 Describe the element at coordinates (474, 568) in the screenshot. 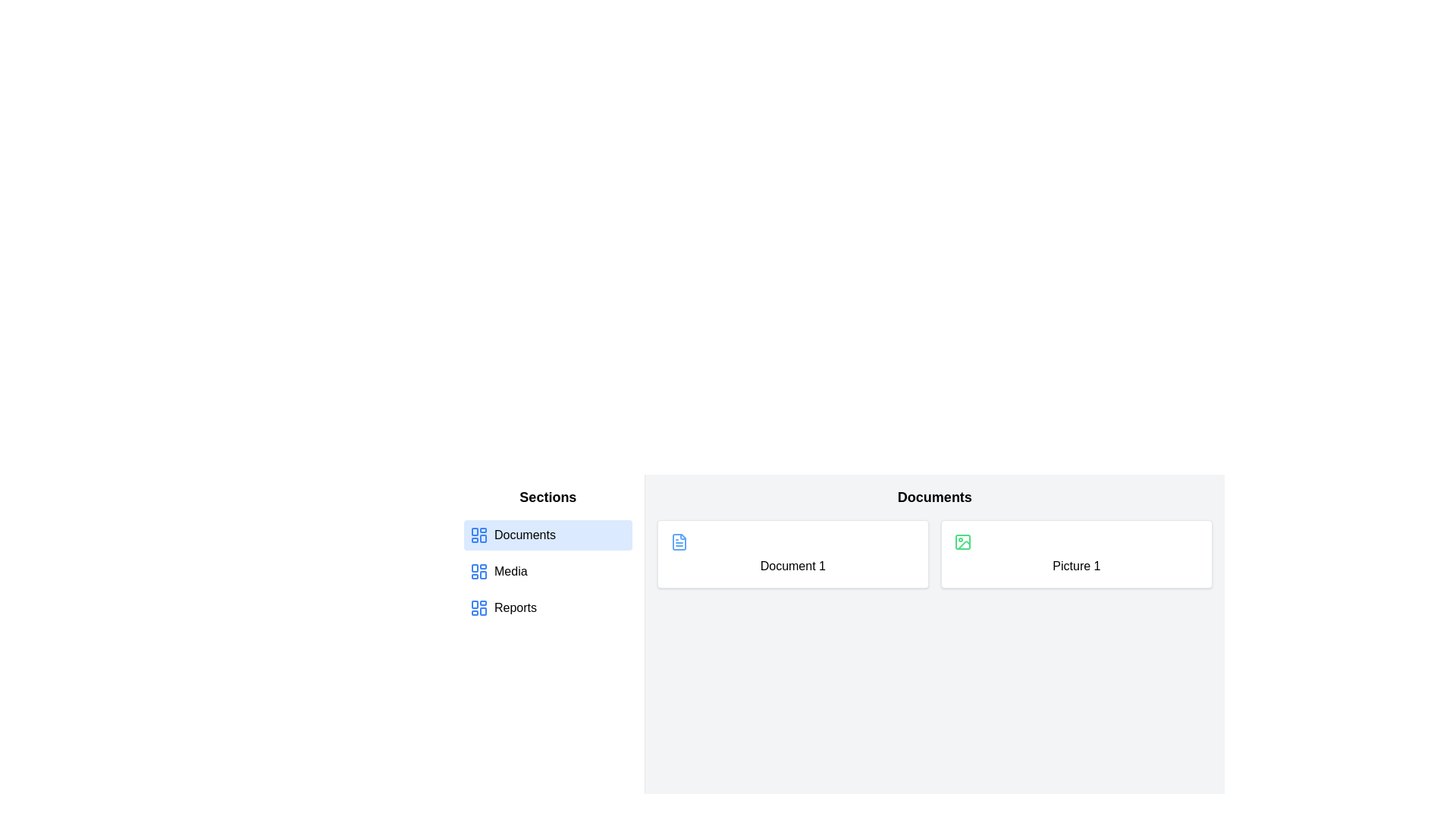

I see `the top-left rectangular shape within the dashboard layout icon located in the sidebar menu next to the 'Media' text` at that location.